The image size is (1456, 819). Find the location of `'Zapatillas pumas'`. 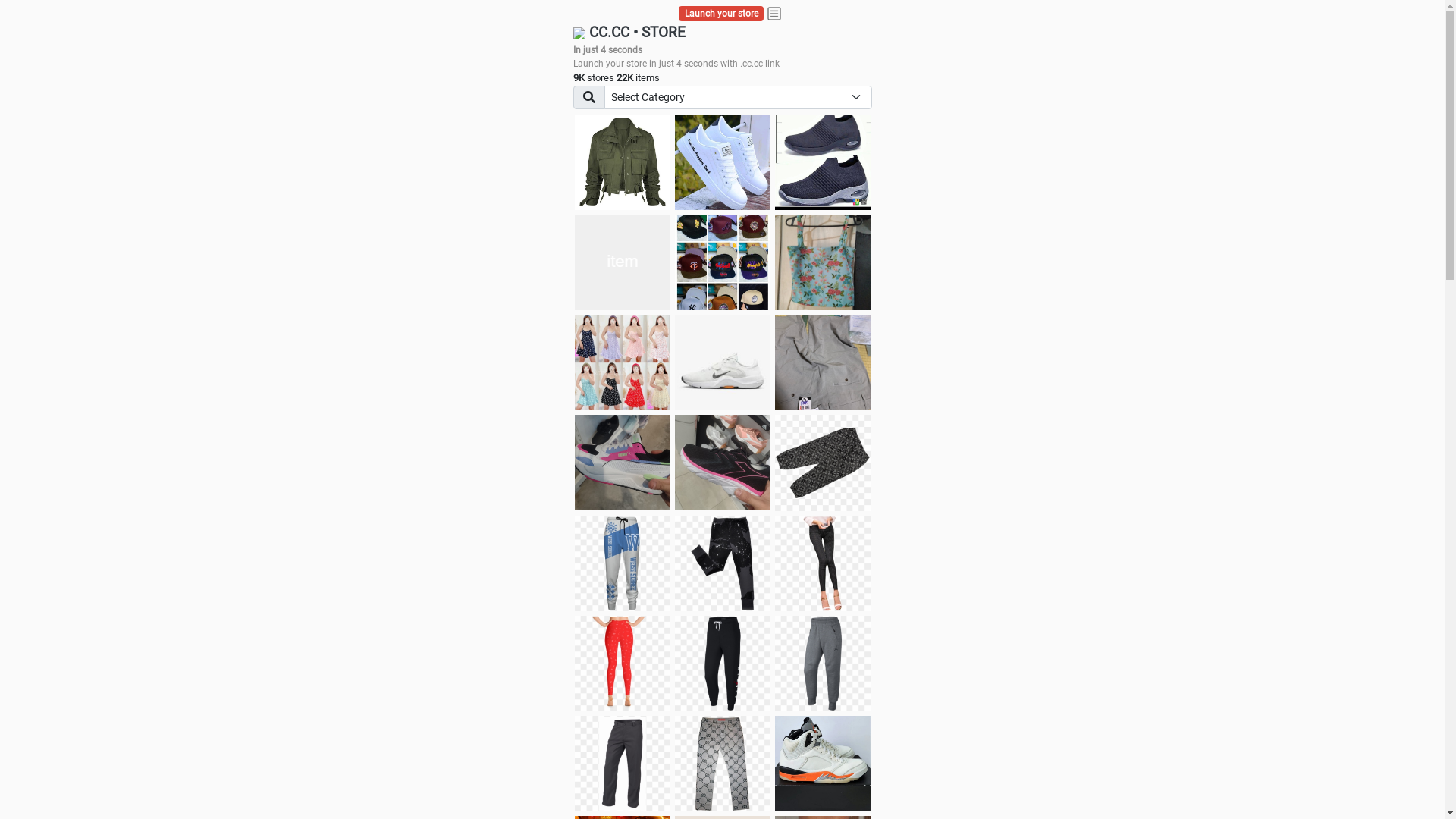

'Zapatillas pumas' is located at coordinates (622, 461).